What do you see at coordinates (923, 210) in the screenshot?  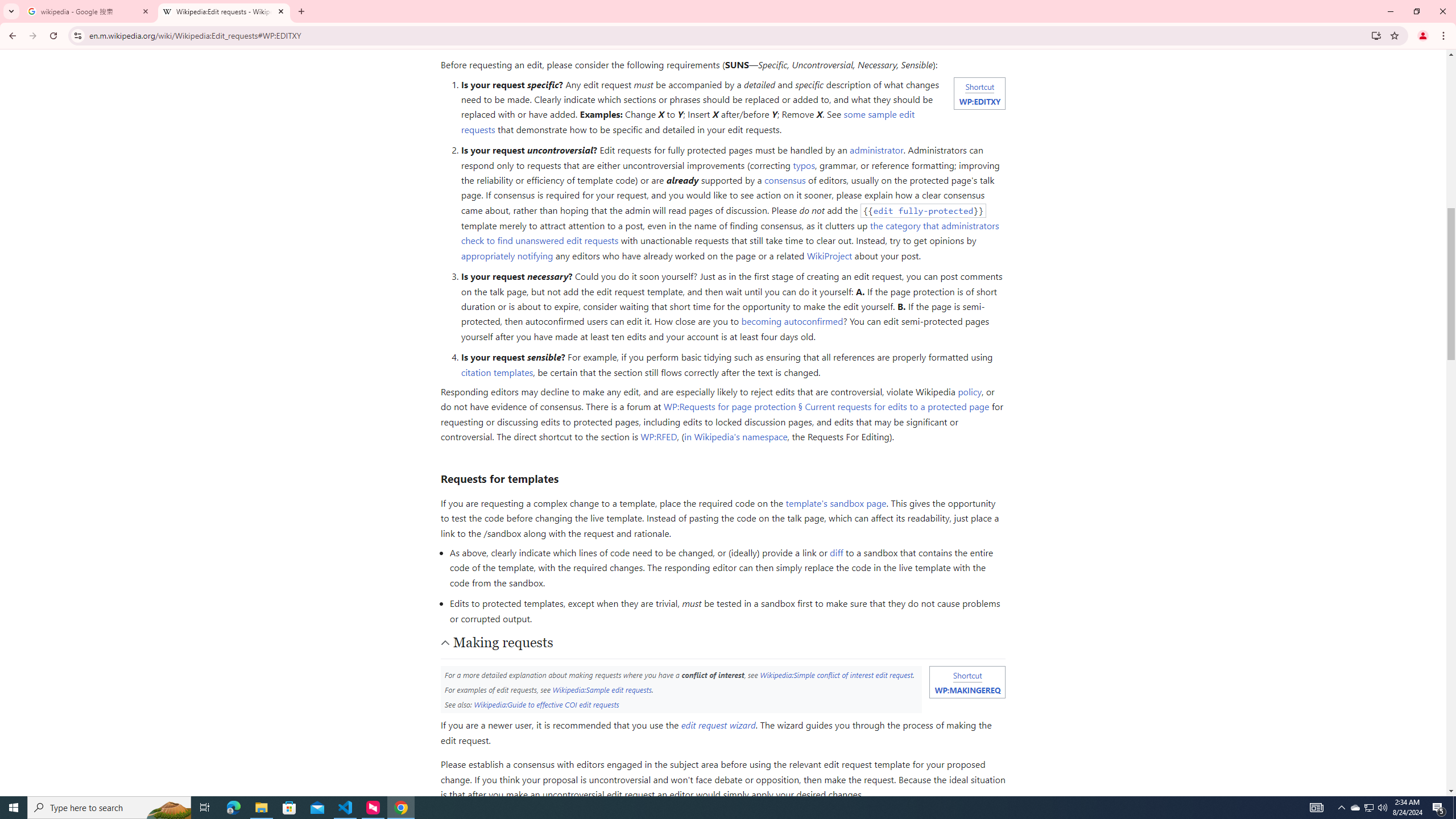 I see `'edit fully-protected'` at bounding box center [923, 210].